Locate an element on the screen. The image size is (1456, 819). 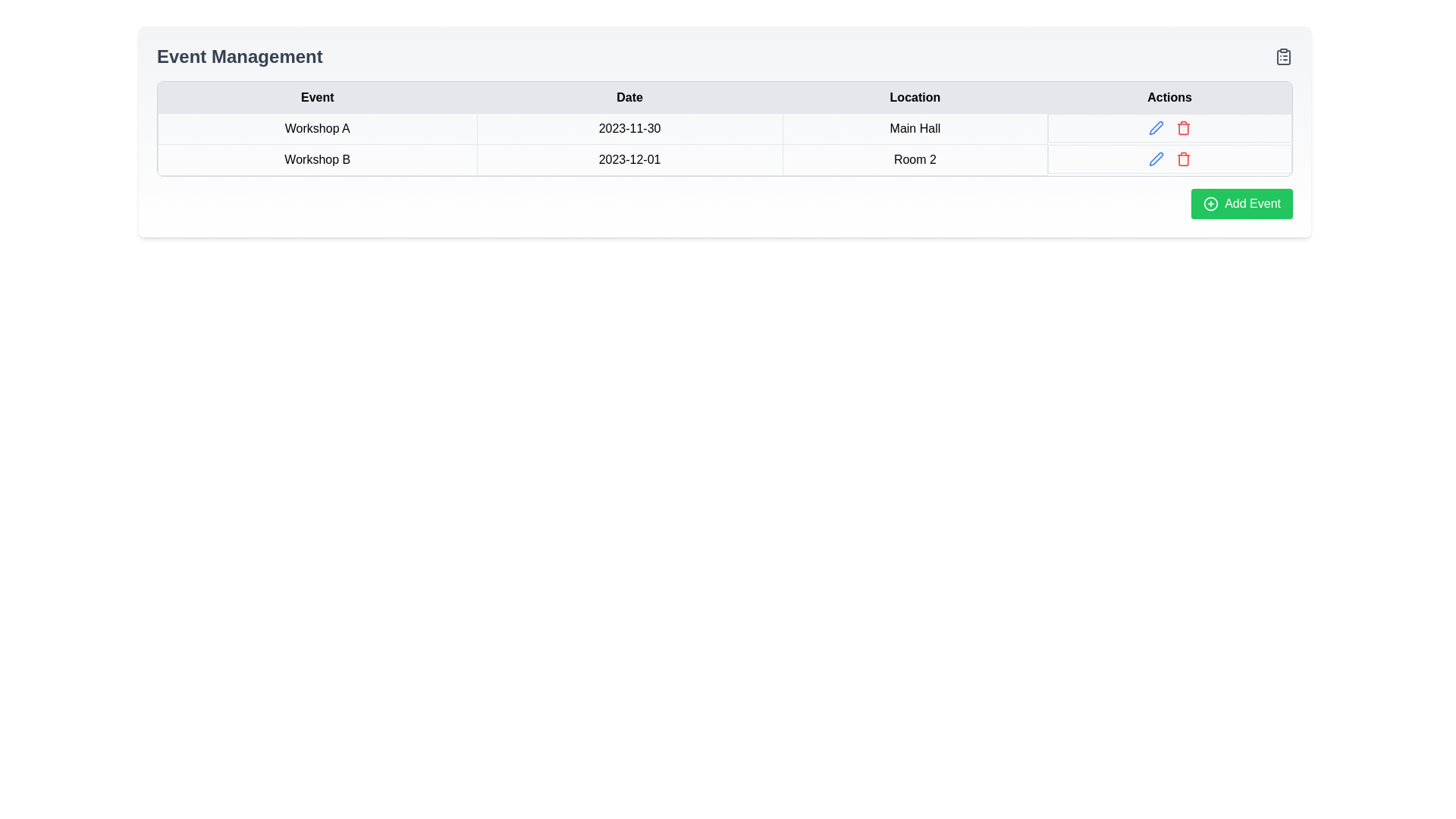
the static text label 'Workshop B' located in the first column of the second row in the 'Event Management' section is located at coordinates (316, 160).